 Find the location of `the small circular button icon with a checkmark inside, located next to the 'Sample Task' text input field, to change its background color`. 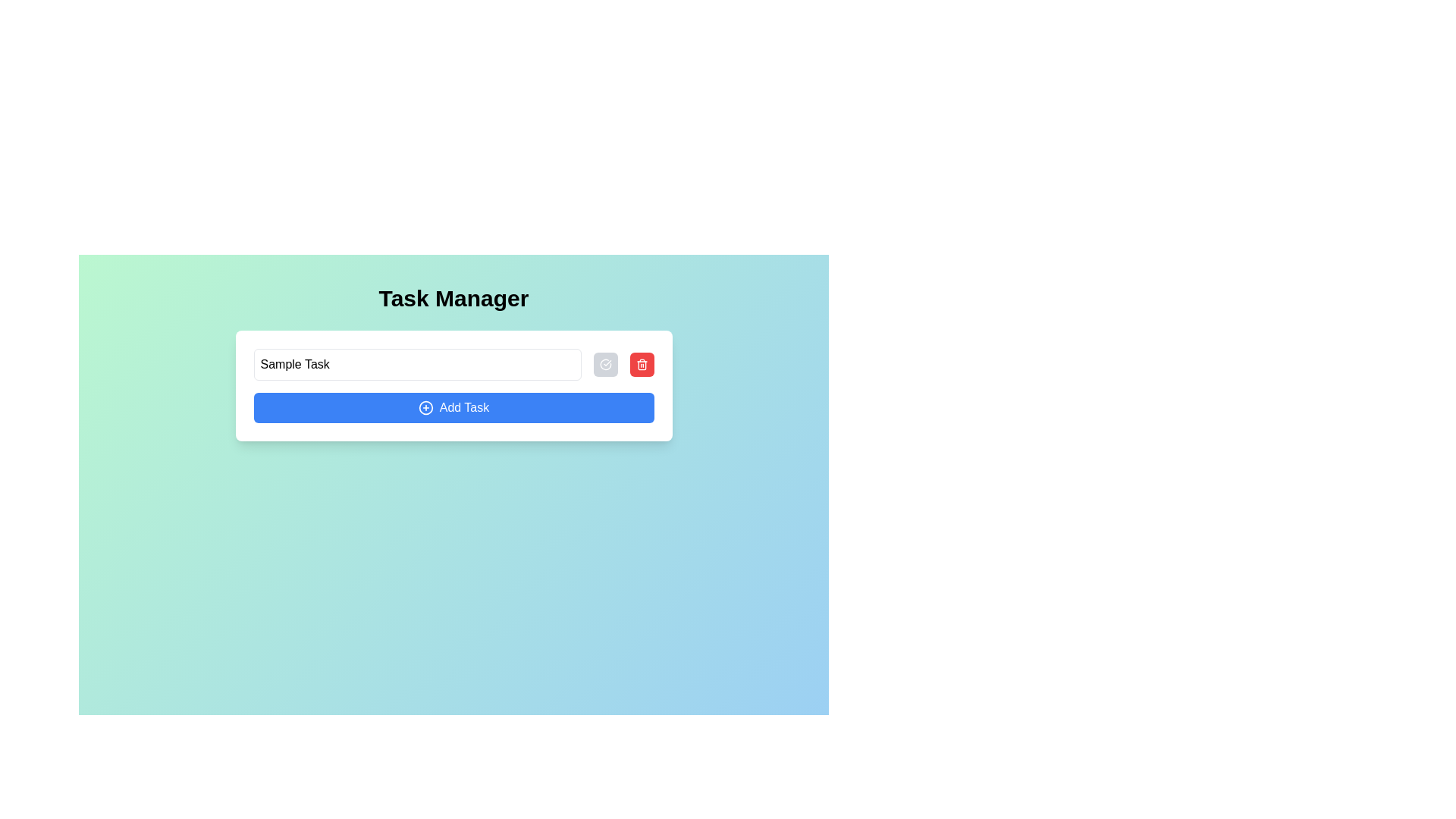

the small circular button icon with a checkmark inside, located next to the 'Sample Task' text input field, to change its background color is located at coordinates (604, 365).